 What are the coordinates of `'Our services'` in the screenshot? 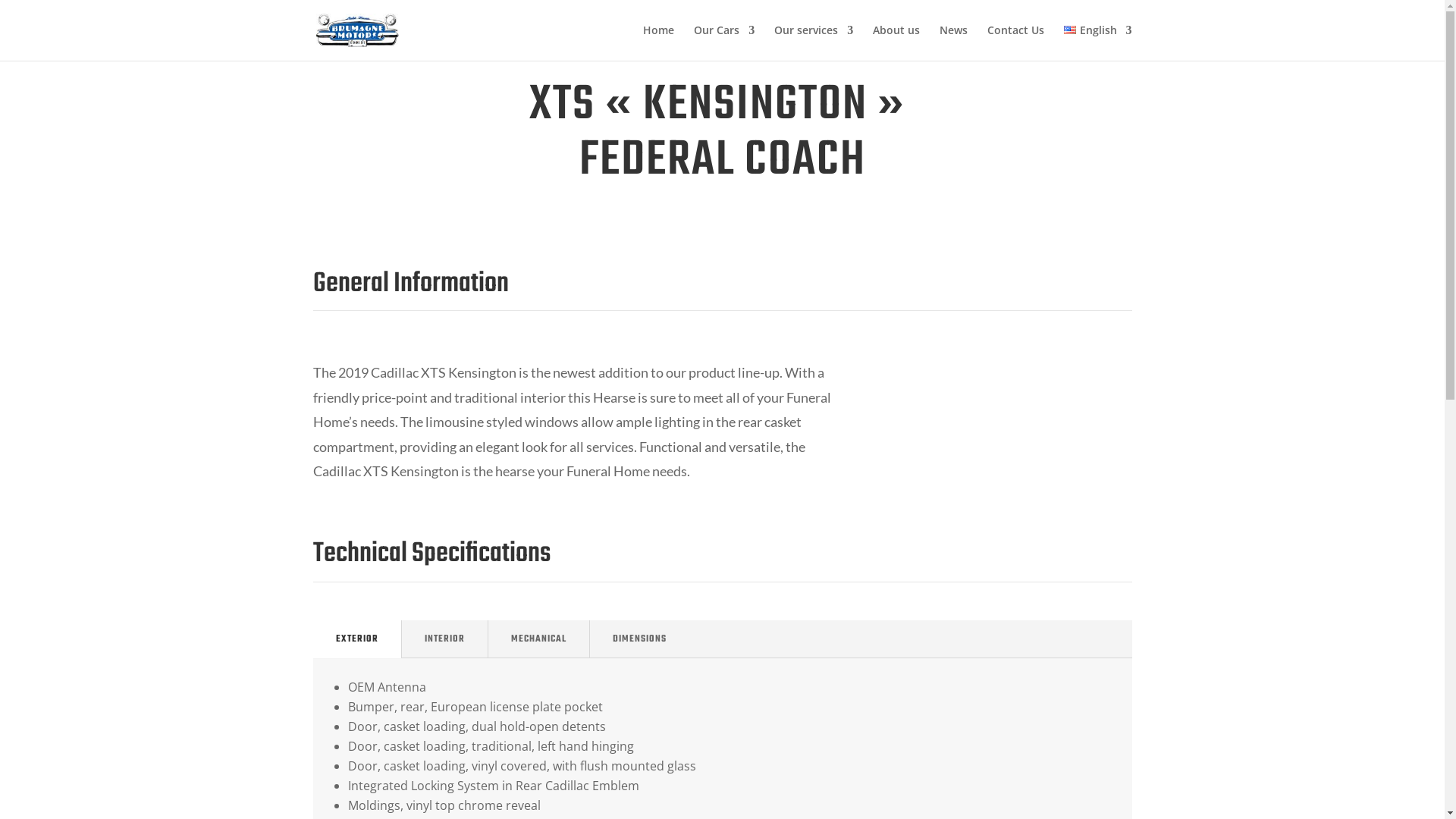 It's located at (813, 42).